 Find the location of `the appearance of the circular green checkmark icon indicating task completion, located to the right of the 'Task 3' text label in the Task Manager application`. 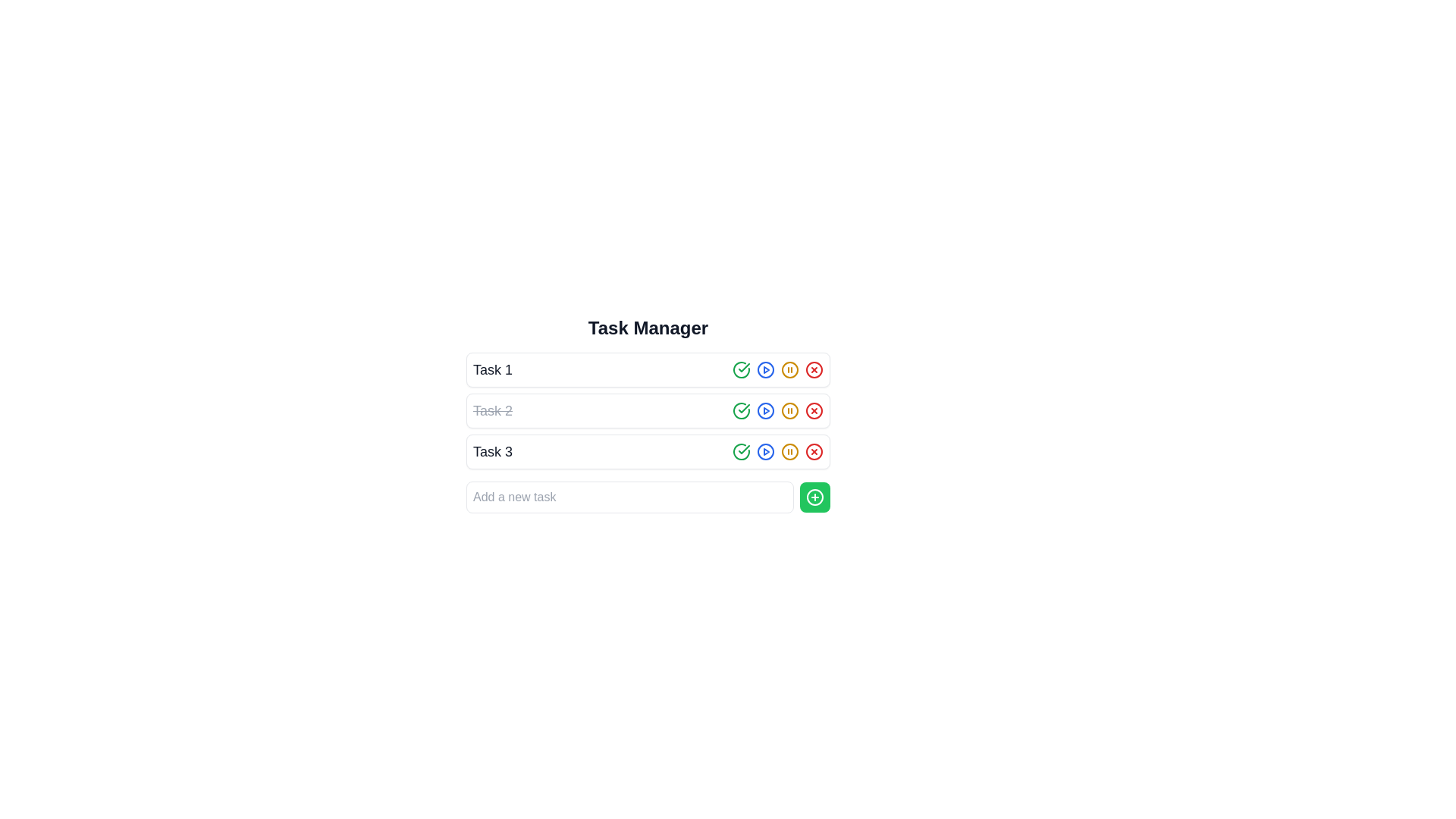

the appearance of the circular green checkmark icon indicating task completion, located to the right of the 'Task 3' text label in the Task Manager application is located at coordinates (742, 451).